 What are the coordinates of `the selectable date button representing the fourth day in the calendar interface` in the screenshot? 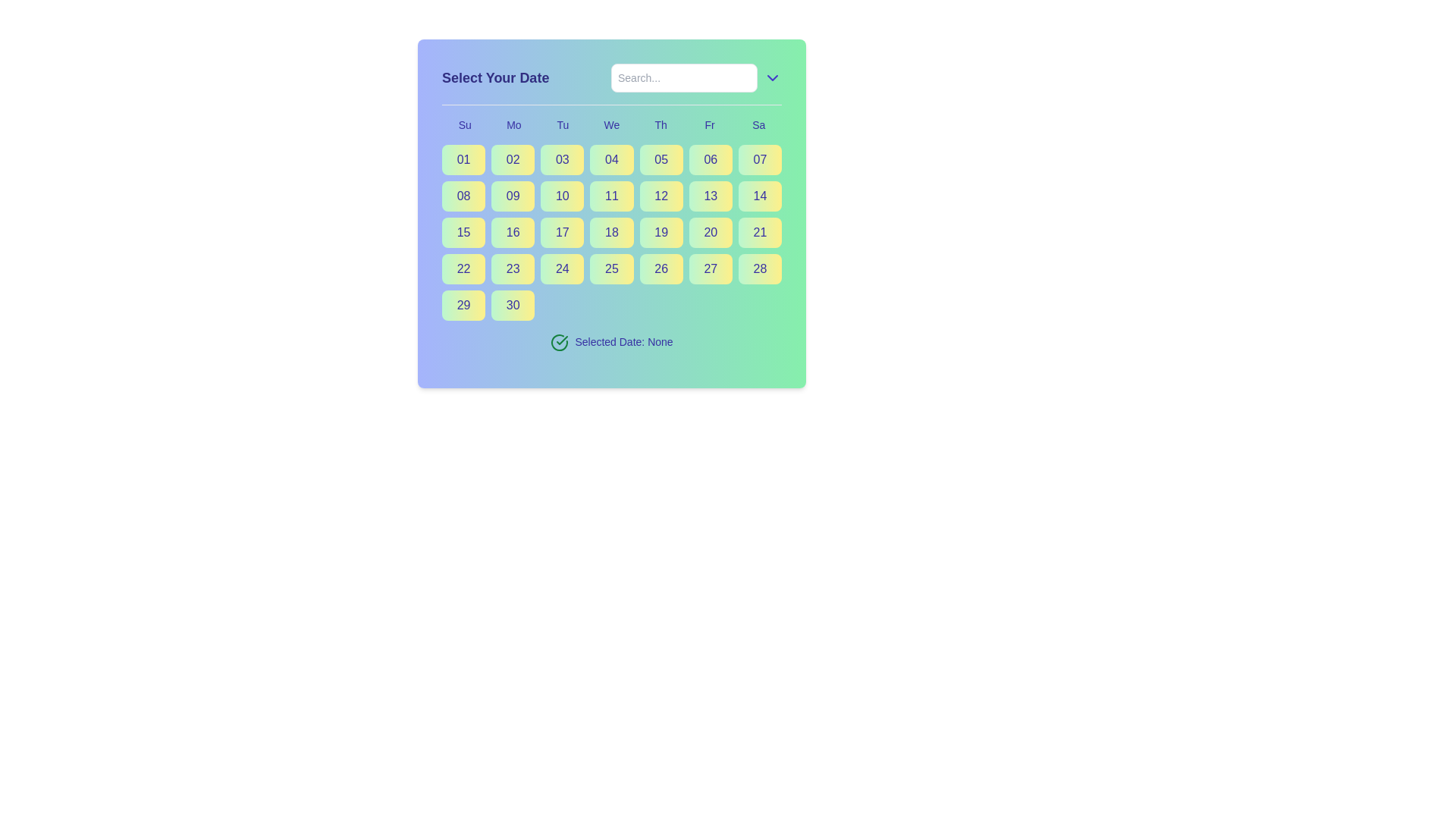 It's located at (611, 160).